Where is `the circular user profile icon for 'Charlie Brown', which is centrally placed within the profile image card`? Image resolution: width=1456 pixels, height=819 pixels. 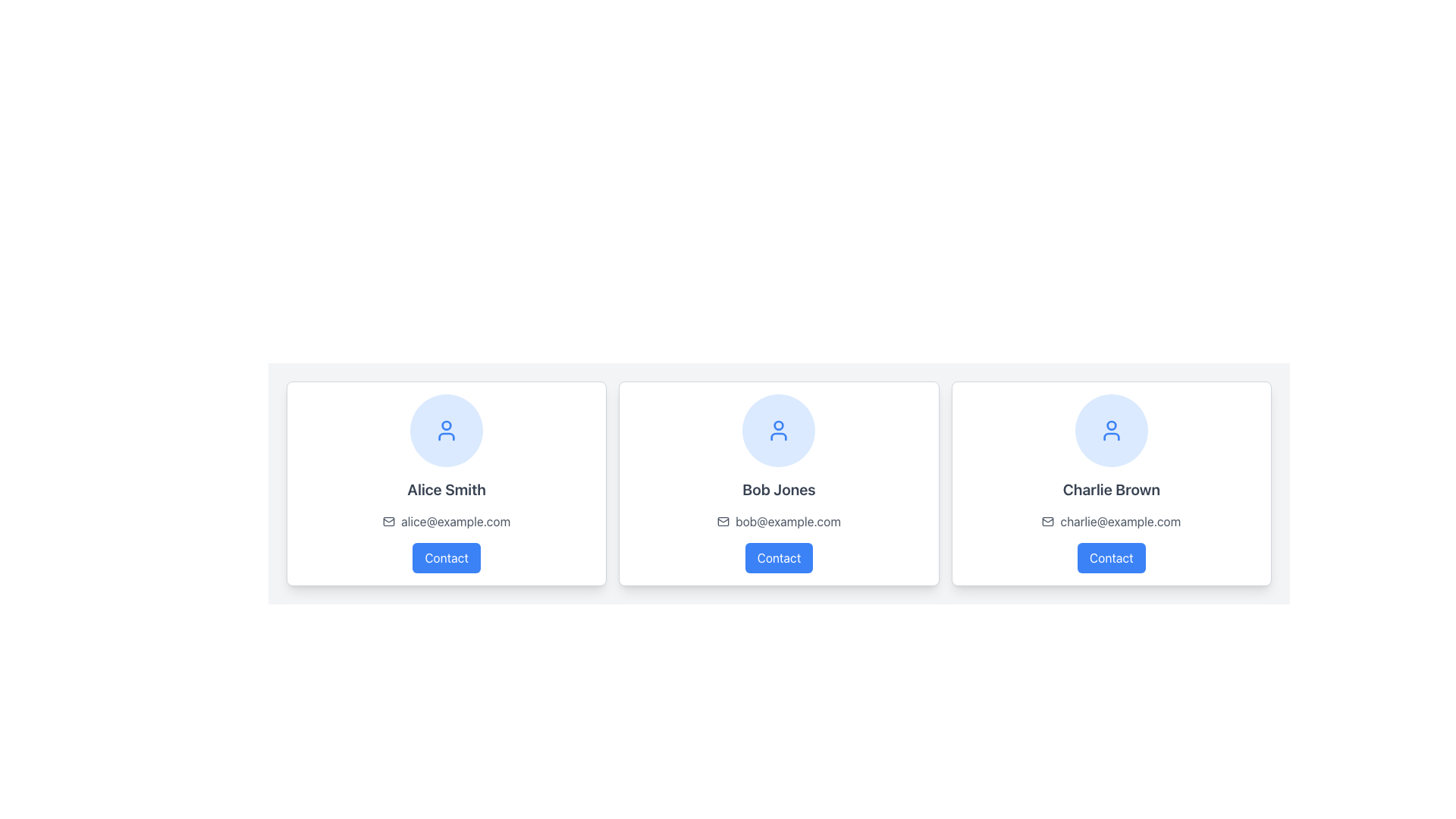 the circular user profile icon for 'Charlie Brown', which is centrally placed within the profile image card is located at coordinates (1111, 425).